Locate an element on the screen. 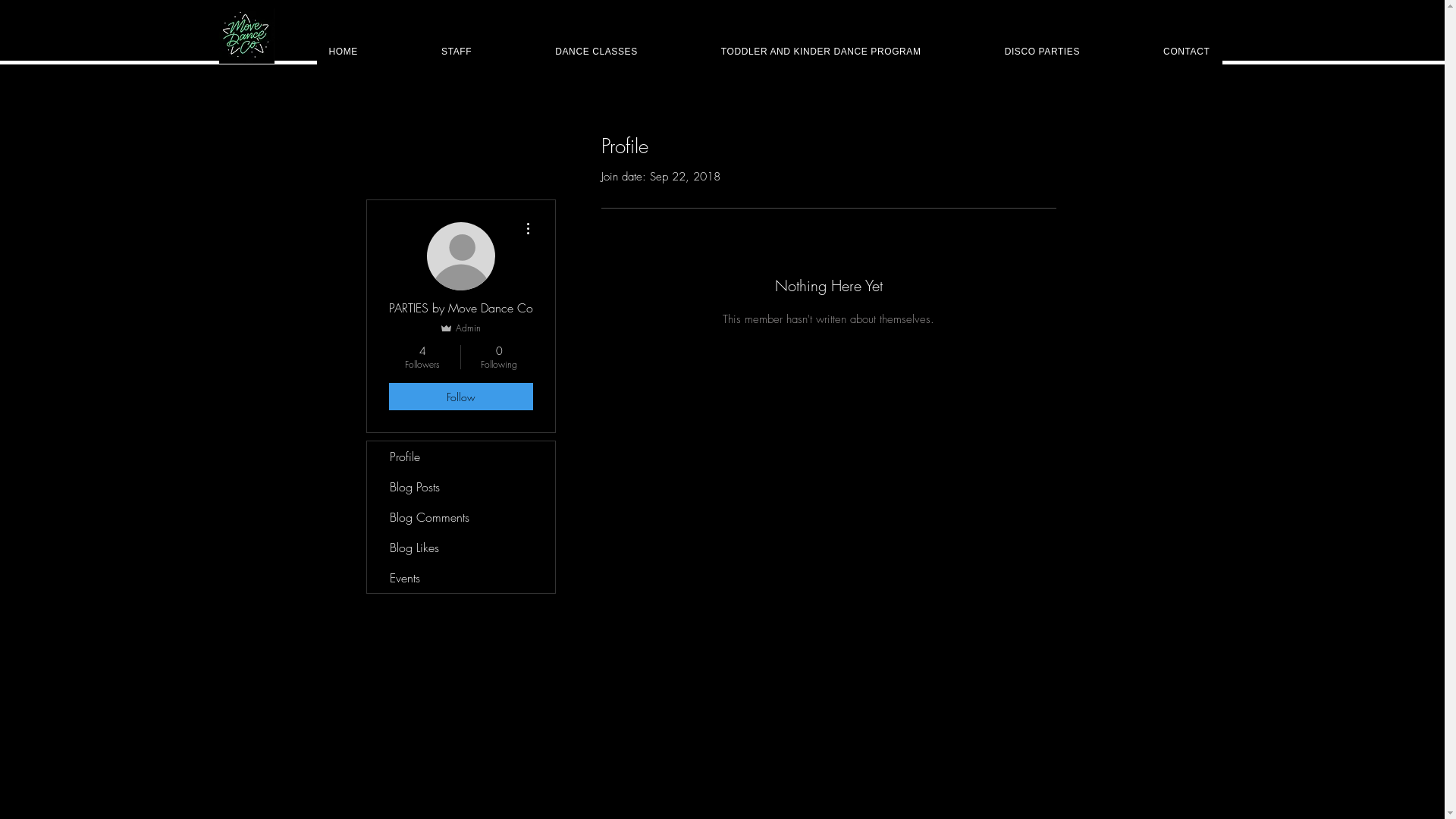 This screenshot has width=1456, height=819. 'Blog Posts' is located at coordinates (460, 486).